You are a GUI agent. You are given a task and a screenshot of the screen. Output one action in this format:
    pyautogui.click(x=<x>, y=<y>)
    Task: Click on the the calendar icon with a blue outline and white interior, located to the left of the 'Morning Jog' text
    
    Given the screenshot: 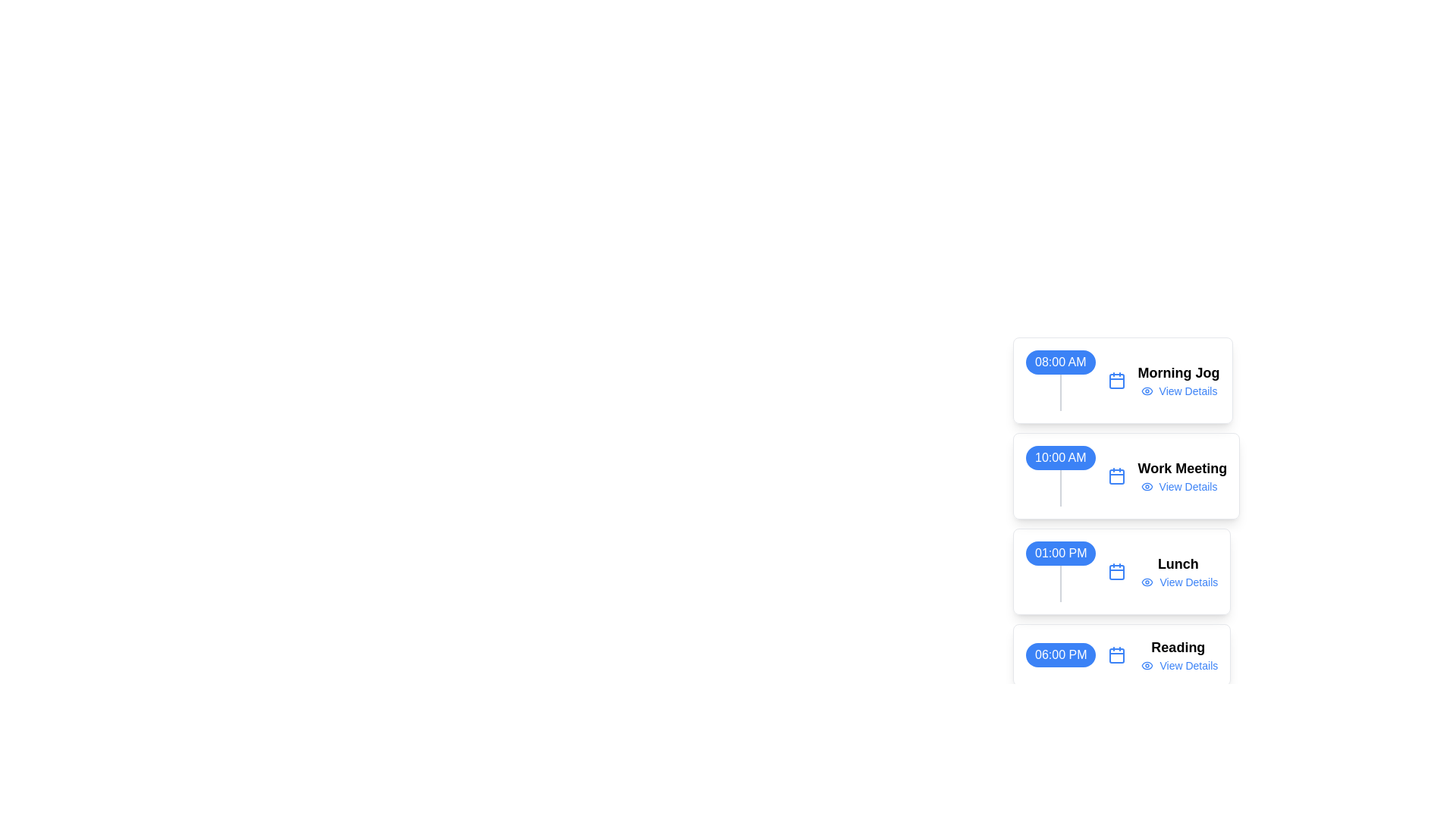 What is the action you would take?
    pyautogui.click(x=1116, y=379)
    